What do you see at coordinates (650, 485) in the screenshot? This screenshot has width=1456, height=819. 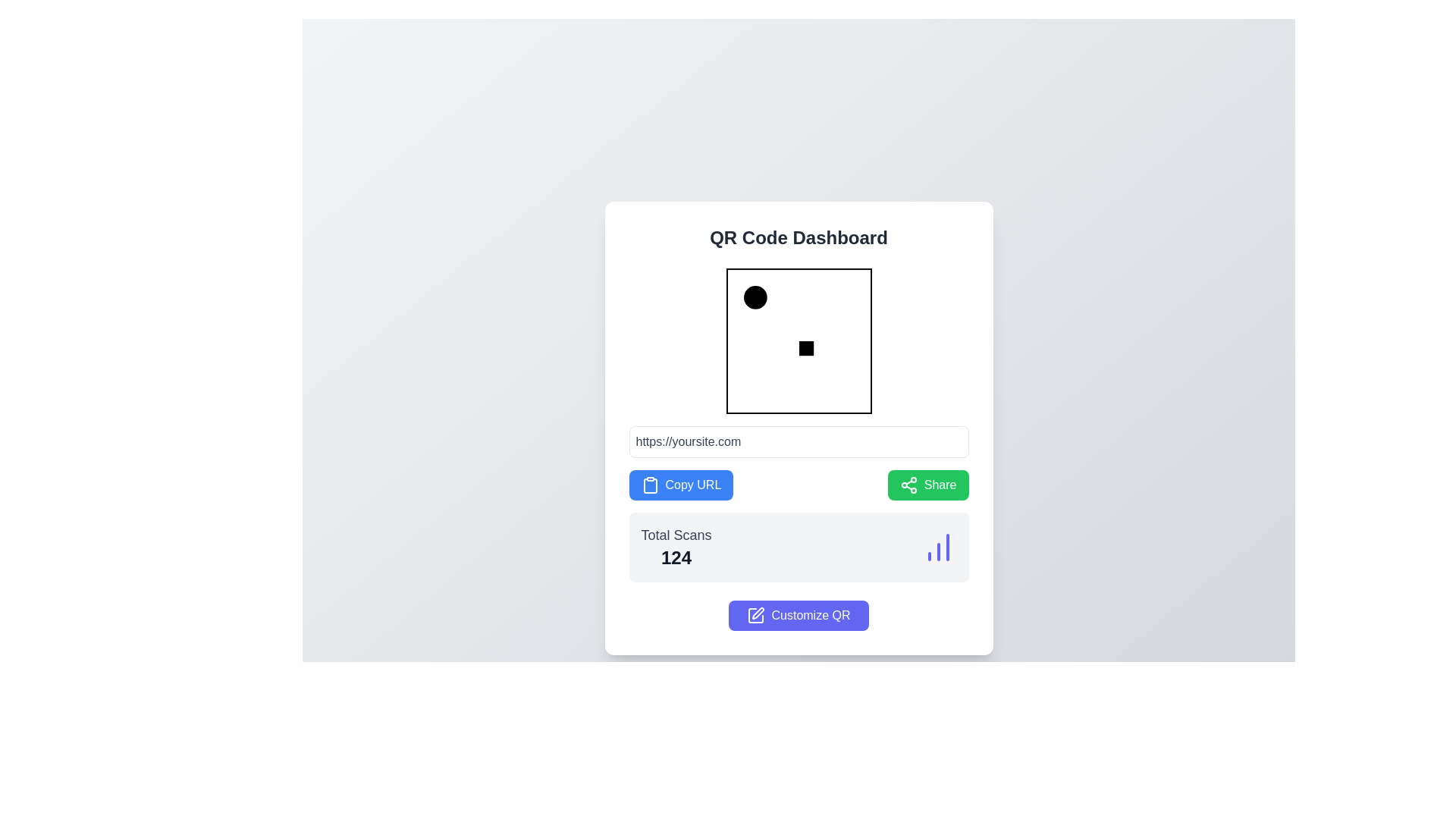 I see `the blue button labeled 'Copy URL' which contains the icon for copying a URL` at bounding box center [650, 485].